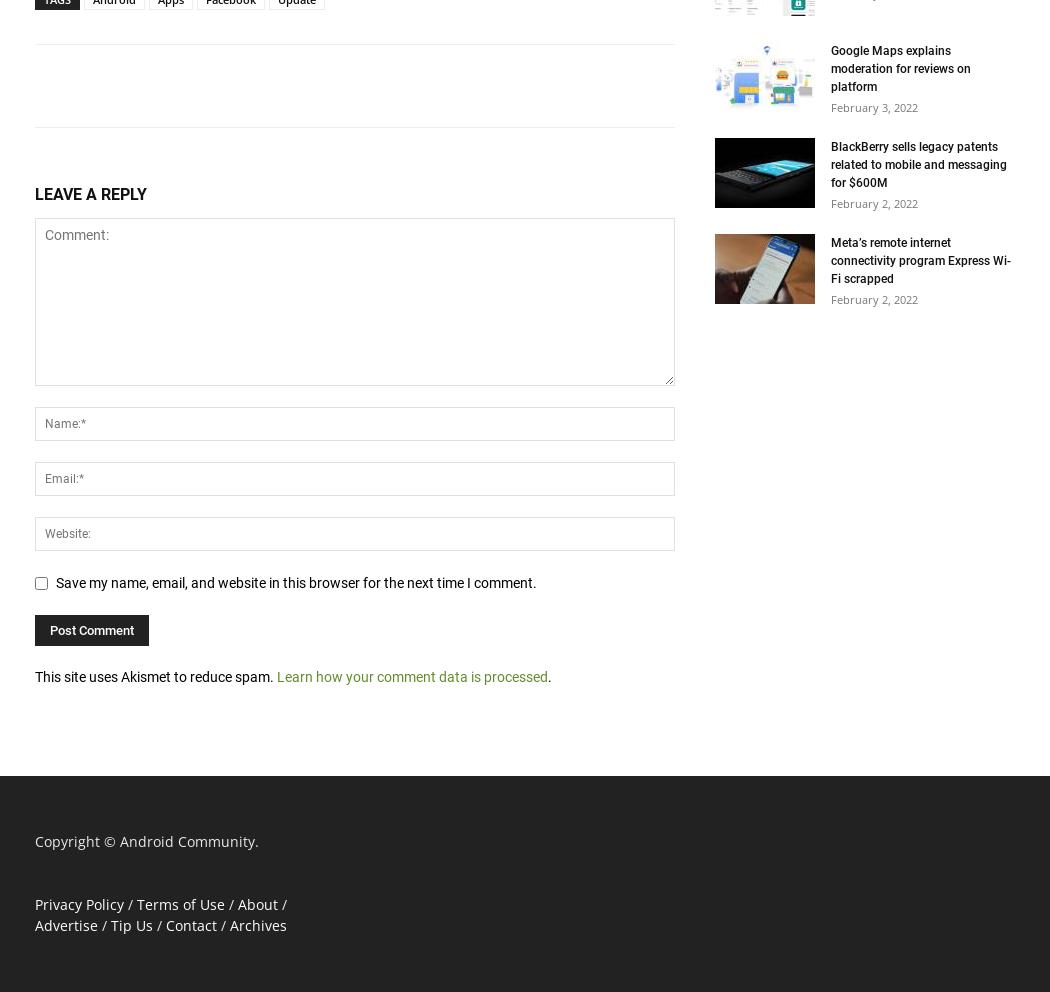  I want to click on 'Copyright © Android Community.', so click(146, 839).